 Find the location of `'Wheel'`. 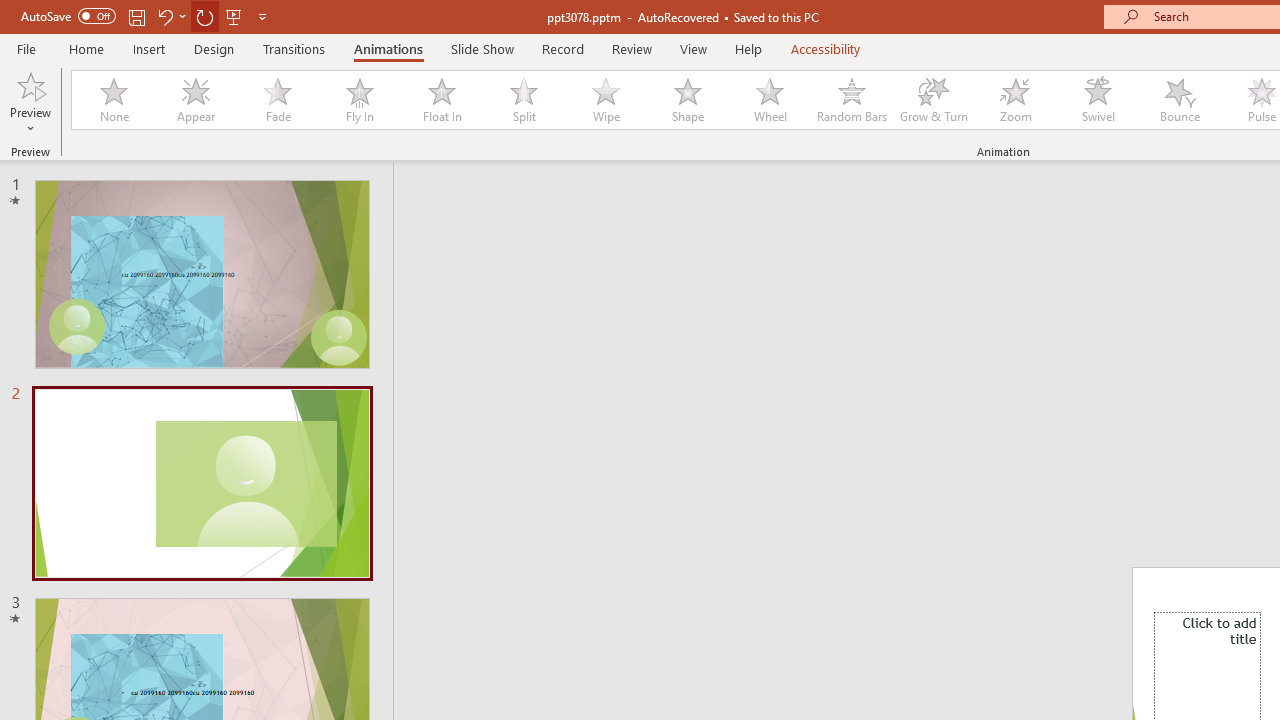

'Wheel' is located at coordinates (769, 100).